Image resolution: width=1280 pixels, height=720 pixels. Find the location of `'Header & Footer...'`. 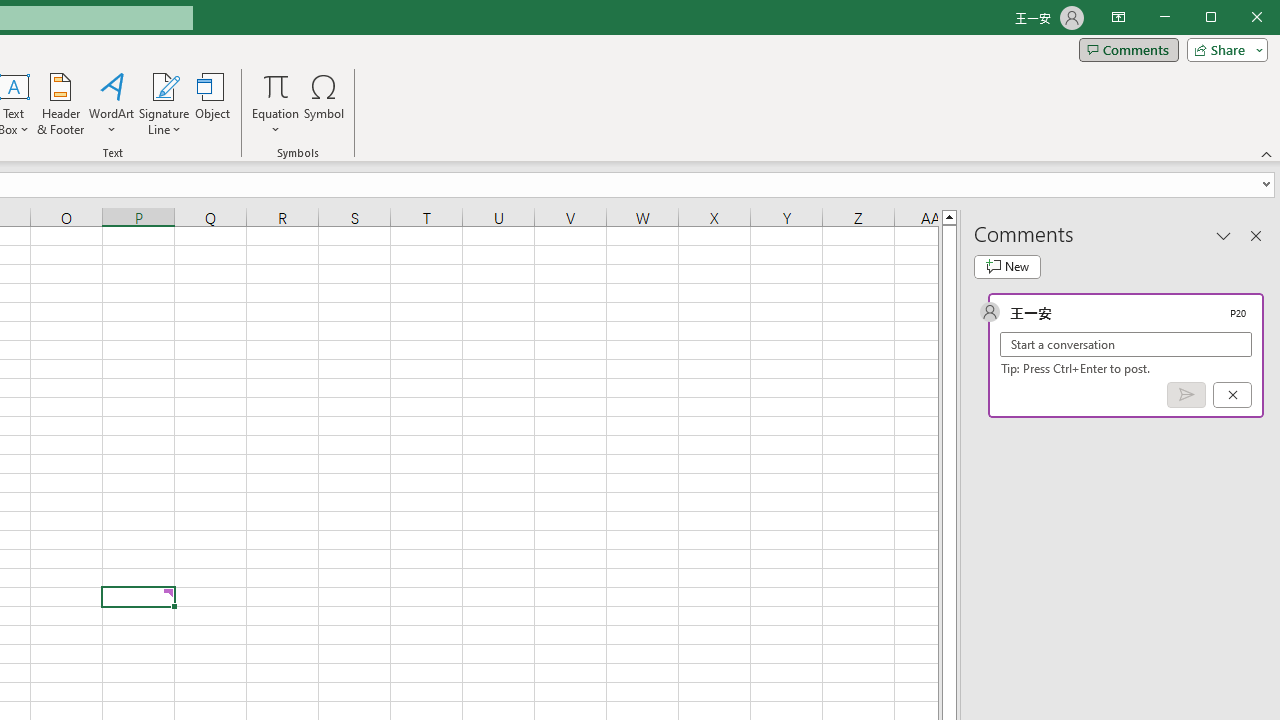

'Header & Footer...' is located at coordinates (60, 104).